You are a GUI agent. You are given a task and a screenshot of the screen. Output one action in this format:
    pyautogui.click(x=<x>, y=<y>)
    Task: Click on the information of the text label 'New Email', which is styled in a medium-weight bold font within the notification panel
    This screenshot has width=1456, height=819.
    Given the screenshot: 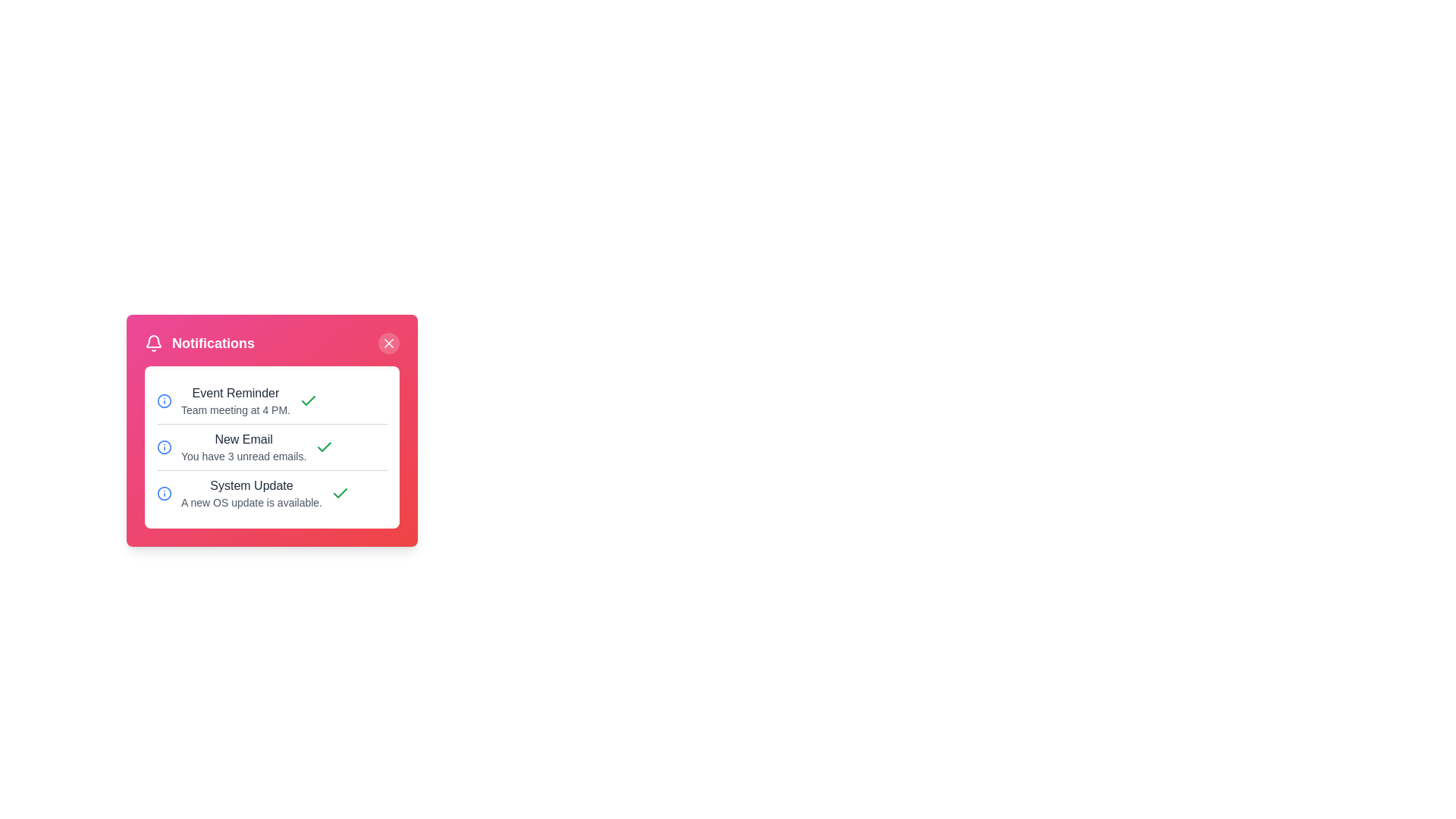 What is the action you would take?
    pyautogui.click(x=243, y=439)
    